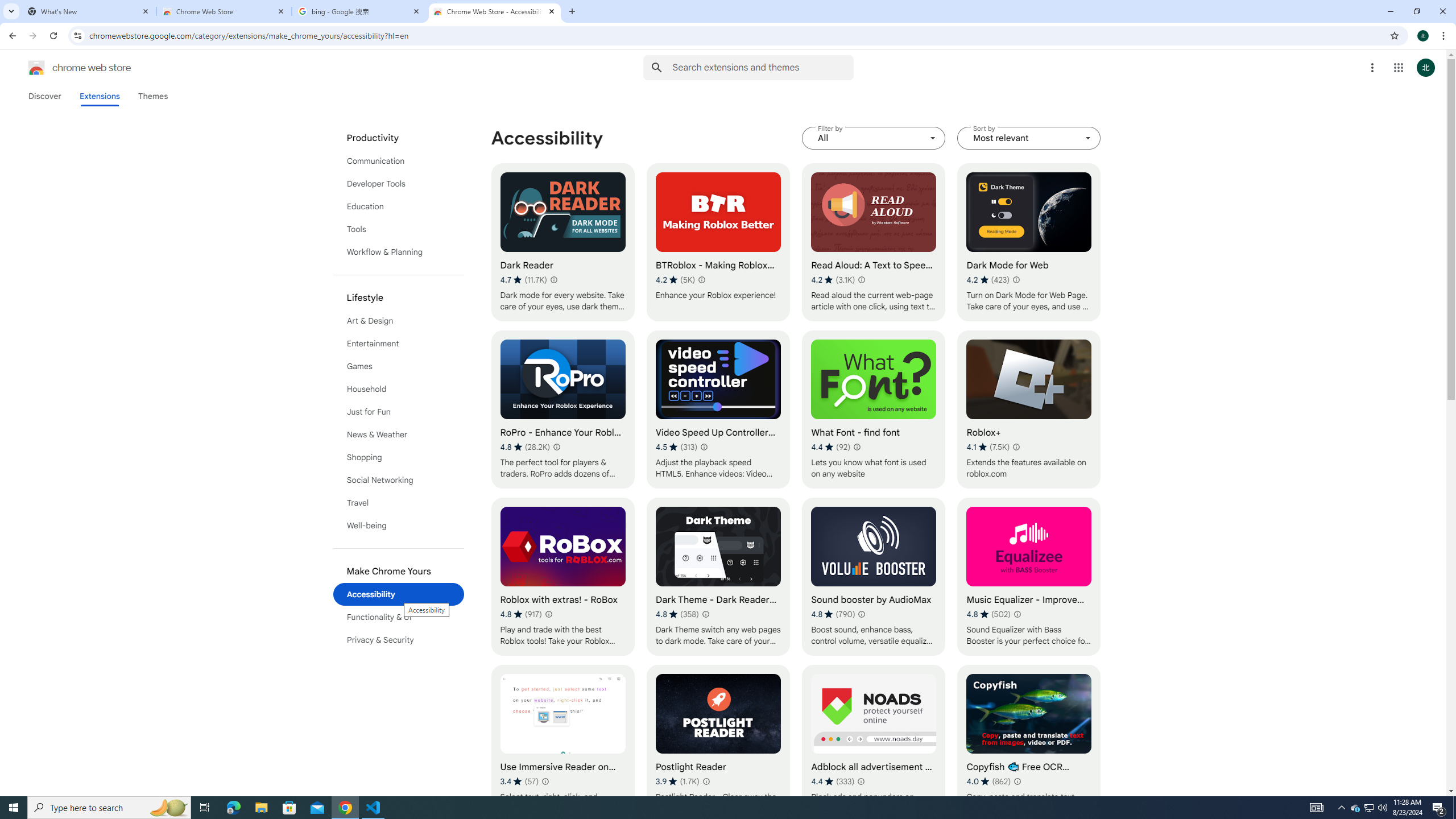 This screenshot has width=1456, height=819. I want to click on 'Learn more about results and reviews "Dark Reader"', so click(552, 279).